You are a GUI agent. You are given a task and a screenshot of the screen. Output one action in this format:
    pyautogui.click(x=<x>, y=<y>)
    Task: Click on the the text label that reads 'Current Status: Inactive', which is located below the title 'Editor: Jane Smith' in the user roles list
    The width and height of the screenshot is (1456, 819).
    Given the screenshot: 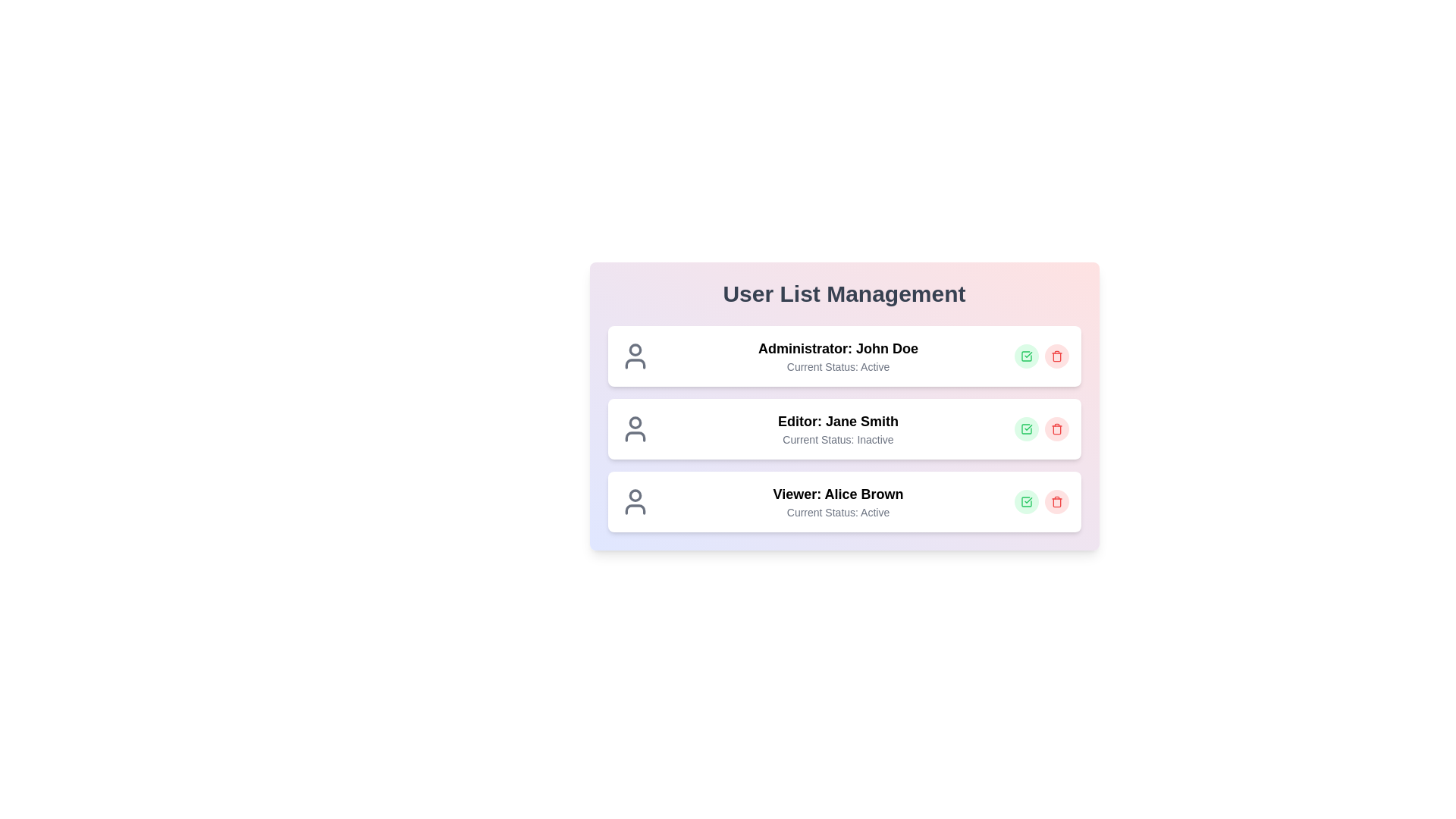 What is the action you would take?
    pyautogui.click(x=837, y=439)
    